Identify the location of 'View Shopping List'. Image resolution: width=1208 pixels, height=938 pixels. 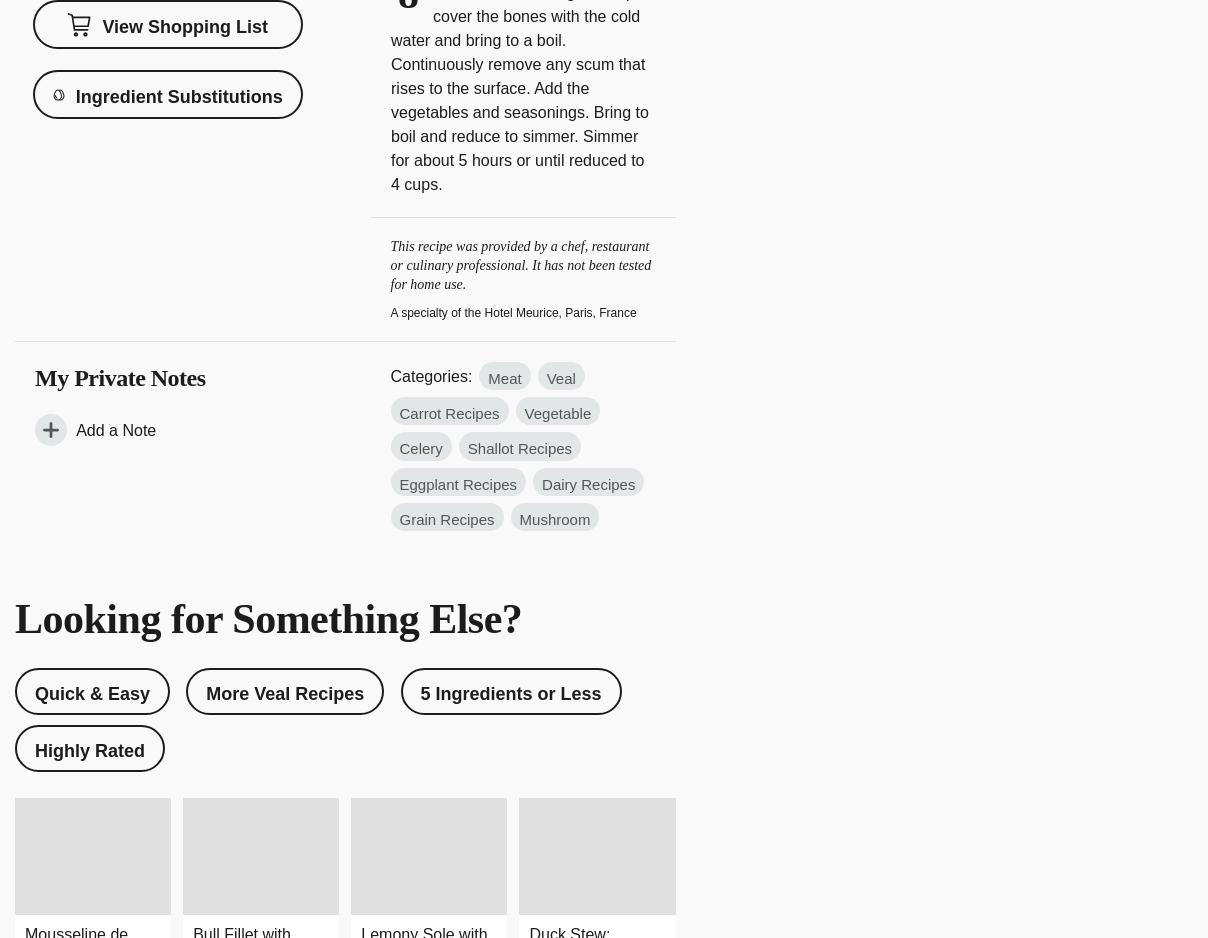
(184, 27).